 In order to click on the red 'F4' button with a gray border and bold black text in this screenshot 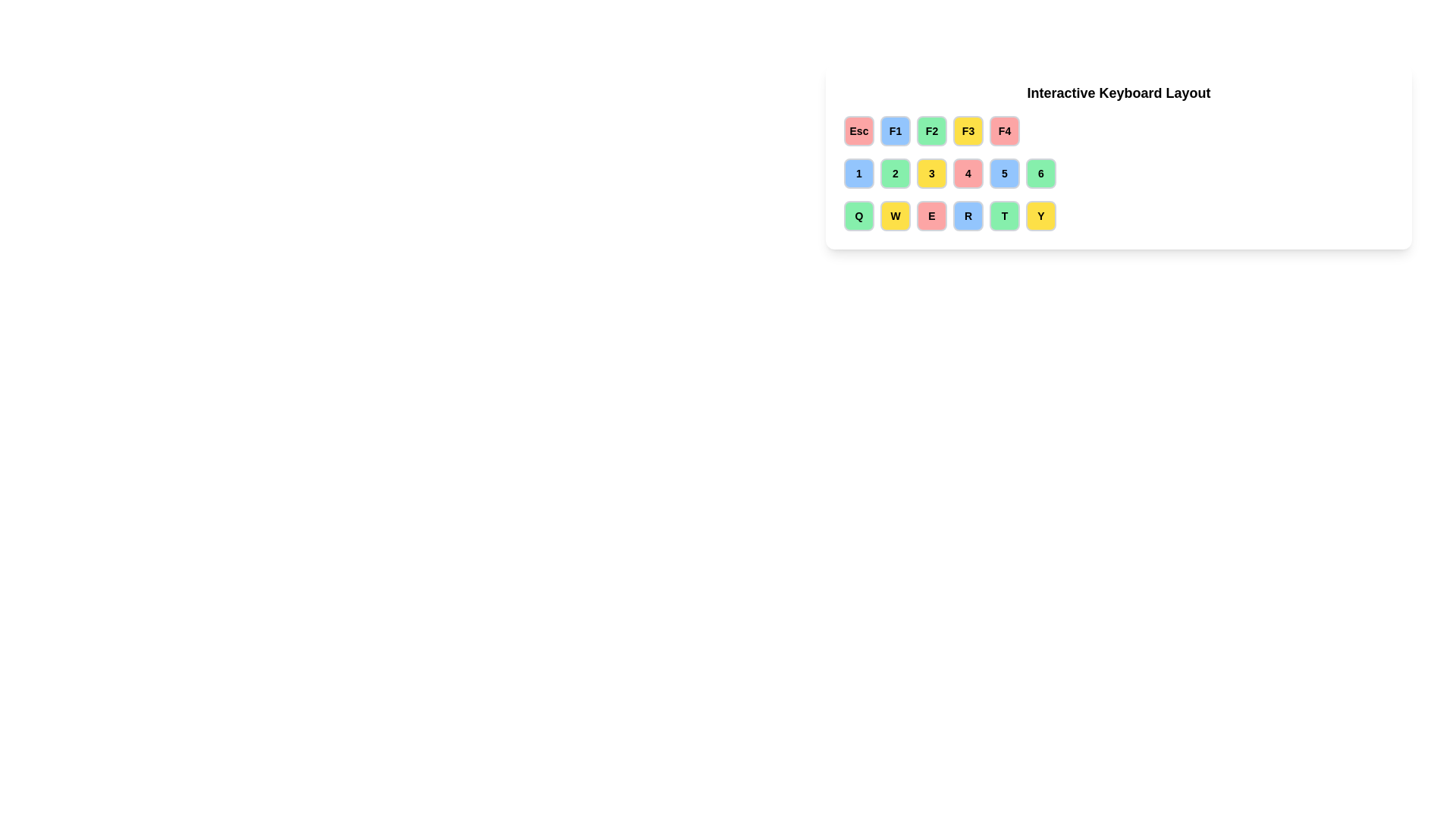, I will do `click(1004, 130)`.